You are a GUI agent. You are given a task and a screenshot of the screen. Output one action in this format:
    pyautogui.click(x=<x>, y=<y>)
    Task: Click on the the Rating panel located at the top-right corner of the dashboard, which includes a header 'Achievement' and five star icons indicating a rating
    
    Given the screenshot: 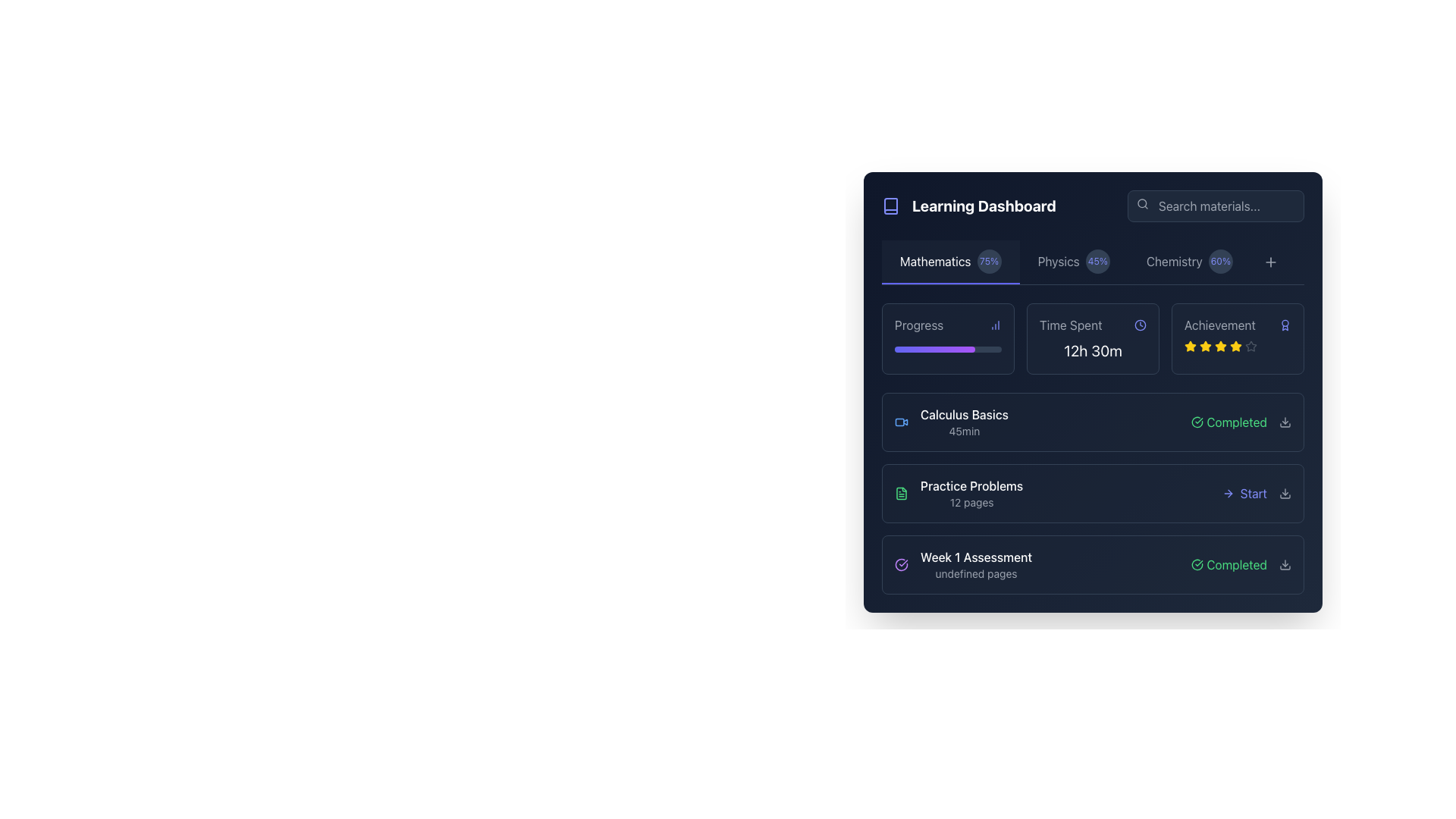 What is the action you would take?
    pyautogui.click(x=1238, y=338)
    